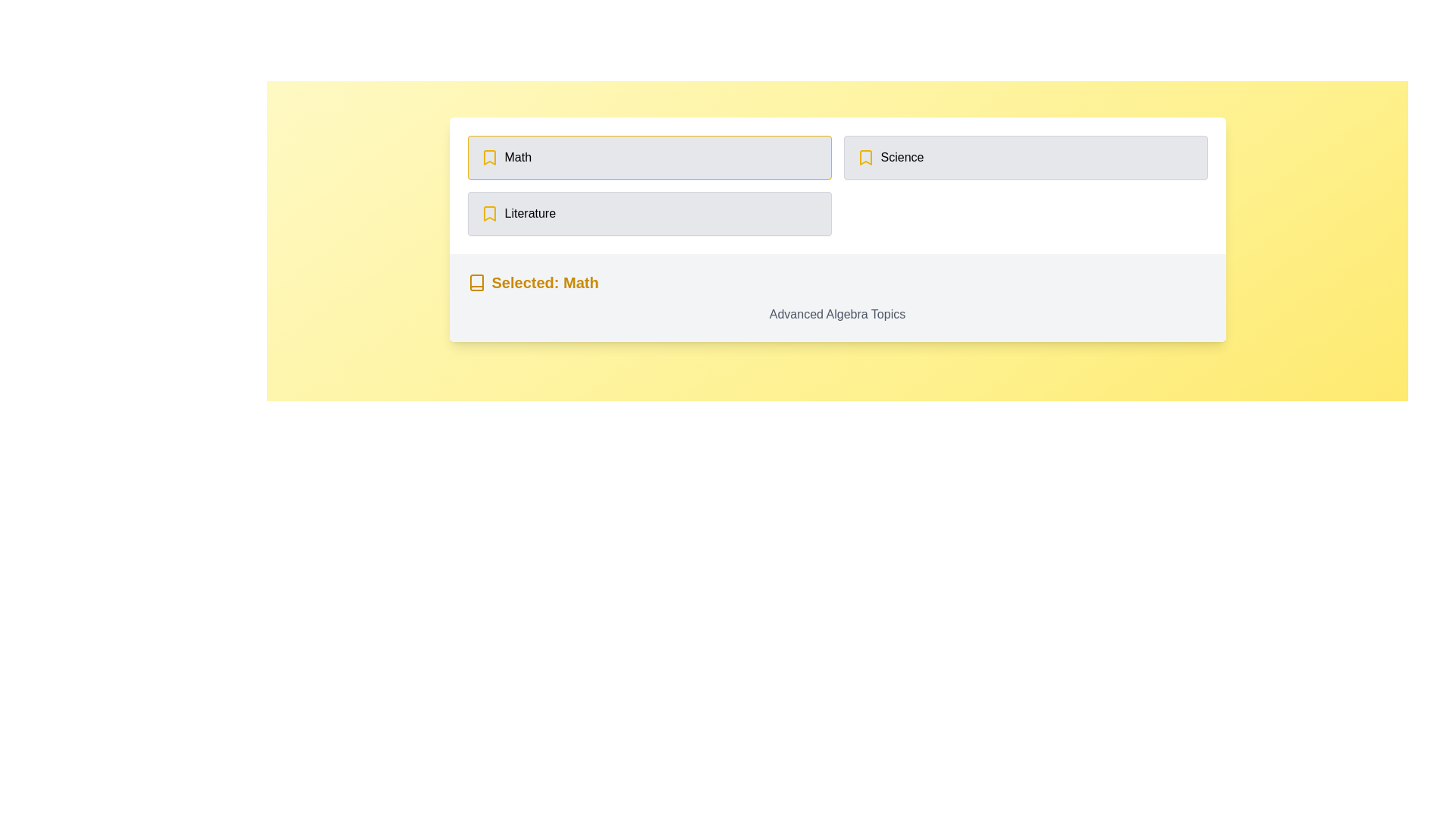 This screenshot has height=819, width=1456. What do you see at coordinates (489, 158) in the screenshot?
I see `the yellow bookmark-like icon located above the 'Literature' tab in the horizontal layout of selectable subject tabs` at bounding box center [489, 158].